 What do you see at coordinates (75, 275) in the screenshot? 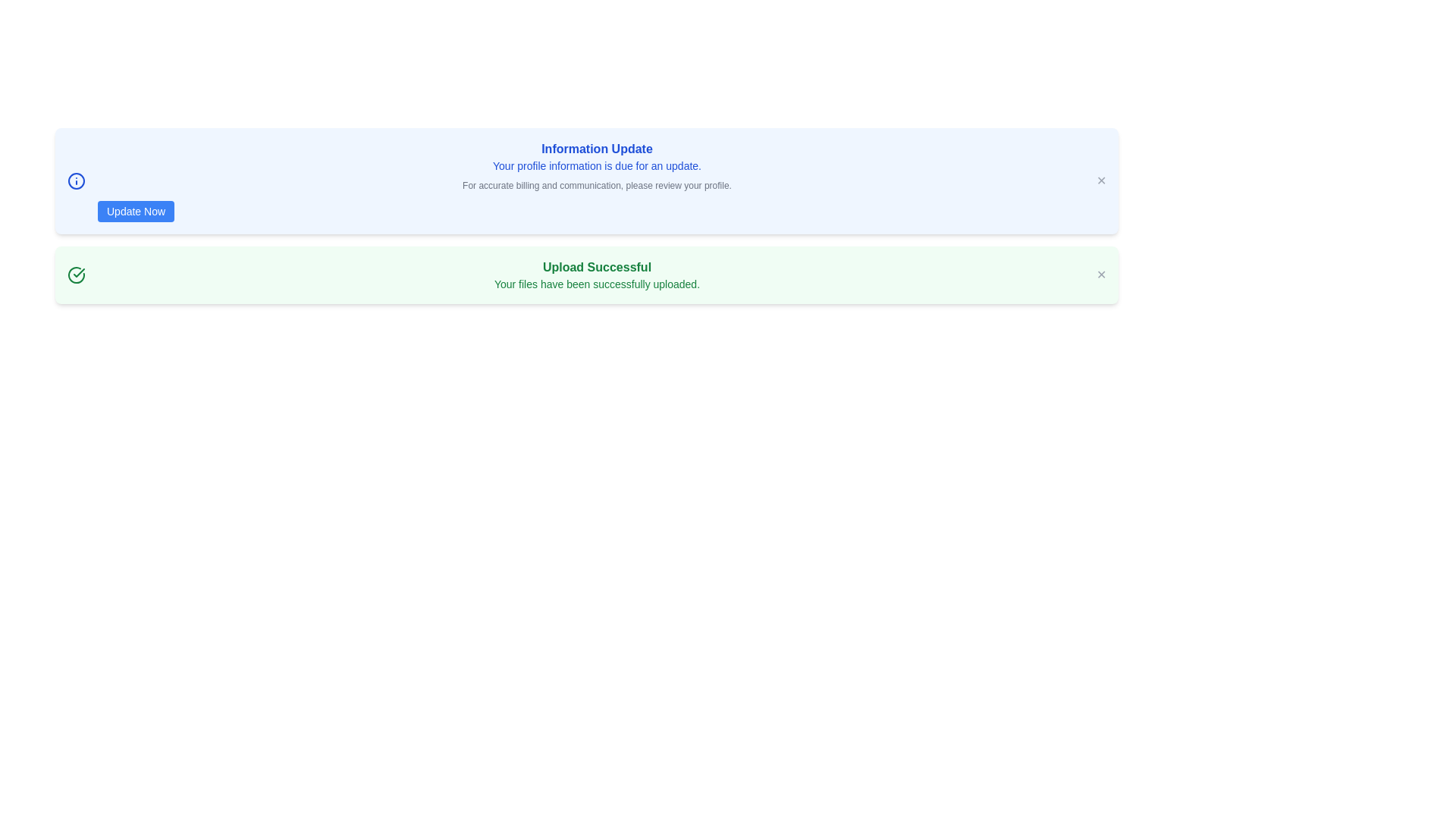
I see `the success confirmation icon located on the left side of the green notification bar, which indicates that the file upload was successful` at bounding box center [75, 275].